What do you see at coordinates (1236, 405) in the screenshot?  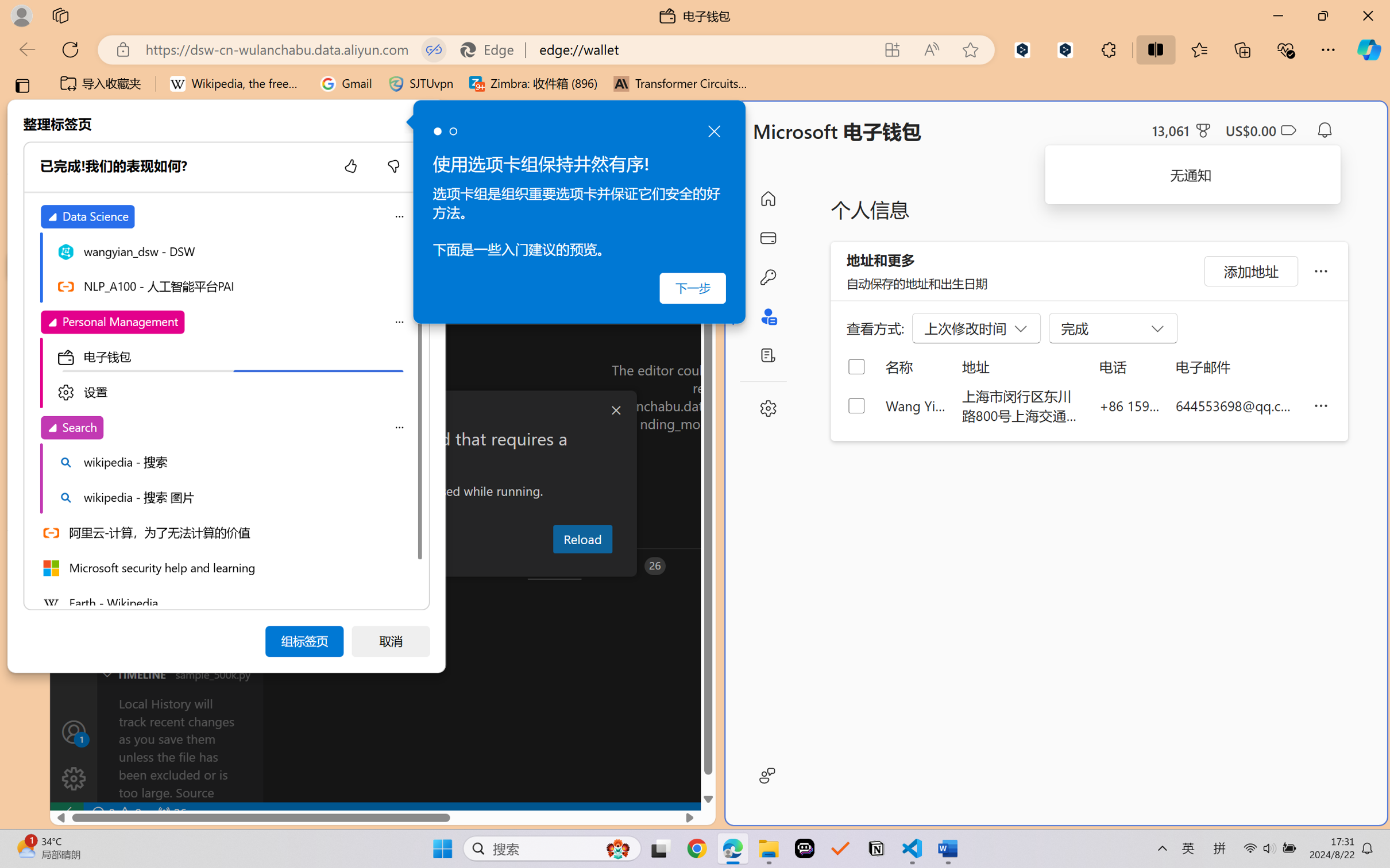 I see `'644553698@qq.com'` at bounding box center [1236, 405].